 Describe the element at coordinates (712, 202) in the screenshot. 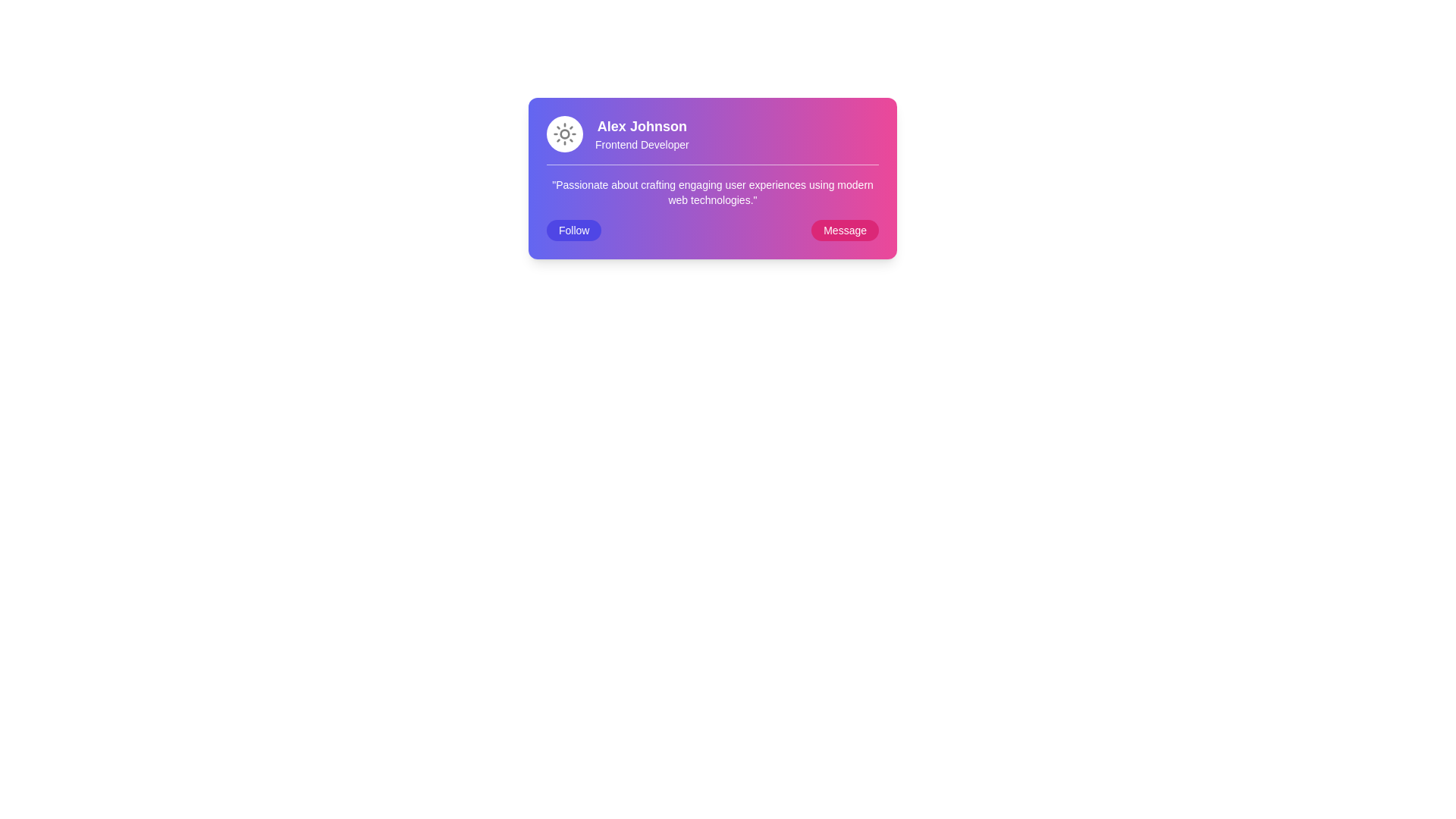

I see `the text label that states 'Passionate about crafting engaging user experiences using modern web technologies.' This text label is centrally positioned below the user's name and title, and above the 'Follow' and 'Message' buttons within a modern web card format` at that location.